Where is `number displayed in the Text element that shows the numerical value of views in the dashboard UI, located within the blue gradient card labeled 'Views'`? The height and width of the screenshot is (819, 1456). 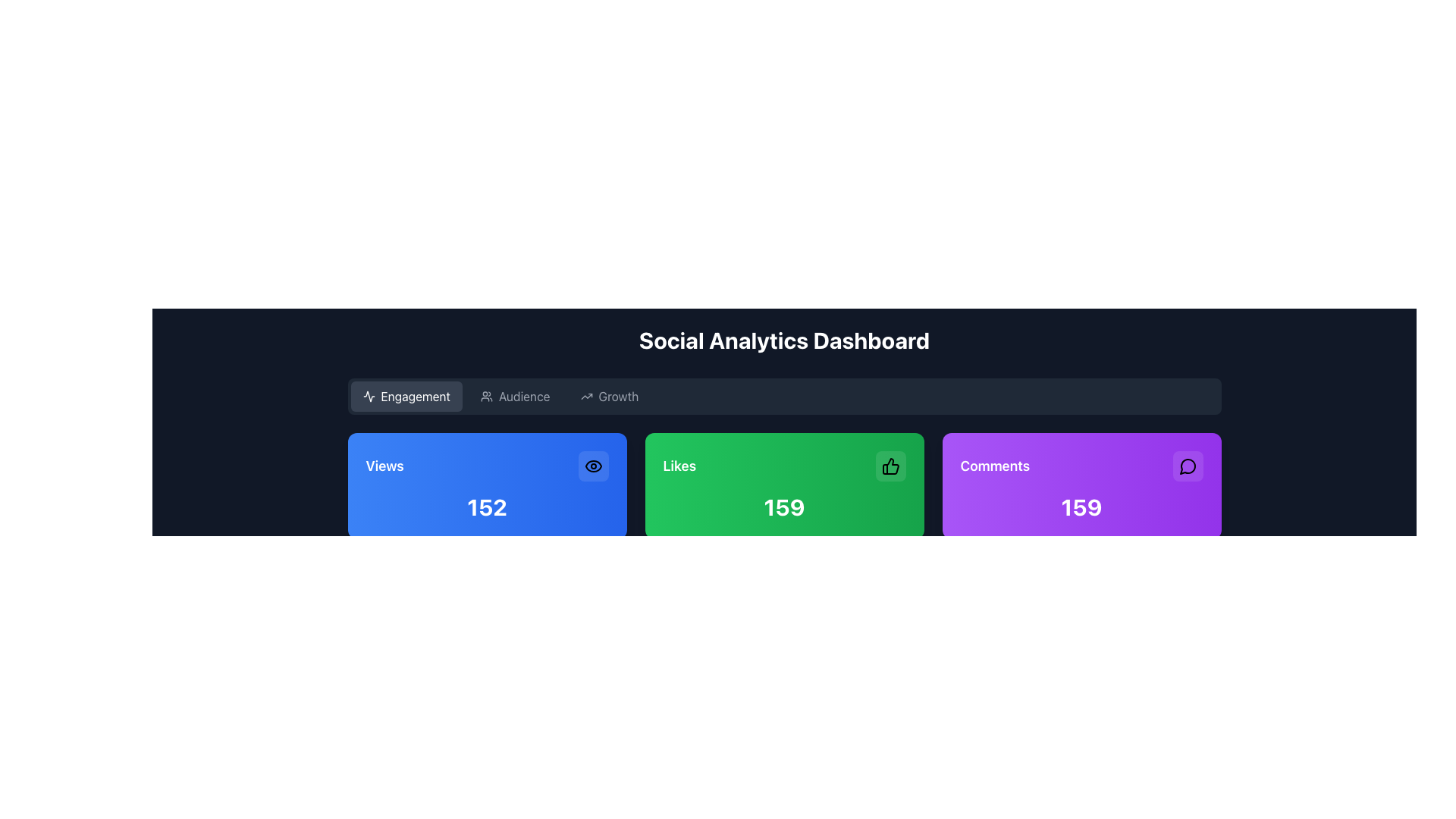
number displayed in the Text element that shows the numerical value of views in the dashboard UI, located within the blue gradient card labeled 'Views' is located at coordinates (487, 507).